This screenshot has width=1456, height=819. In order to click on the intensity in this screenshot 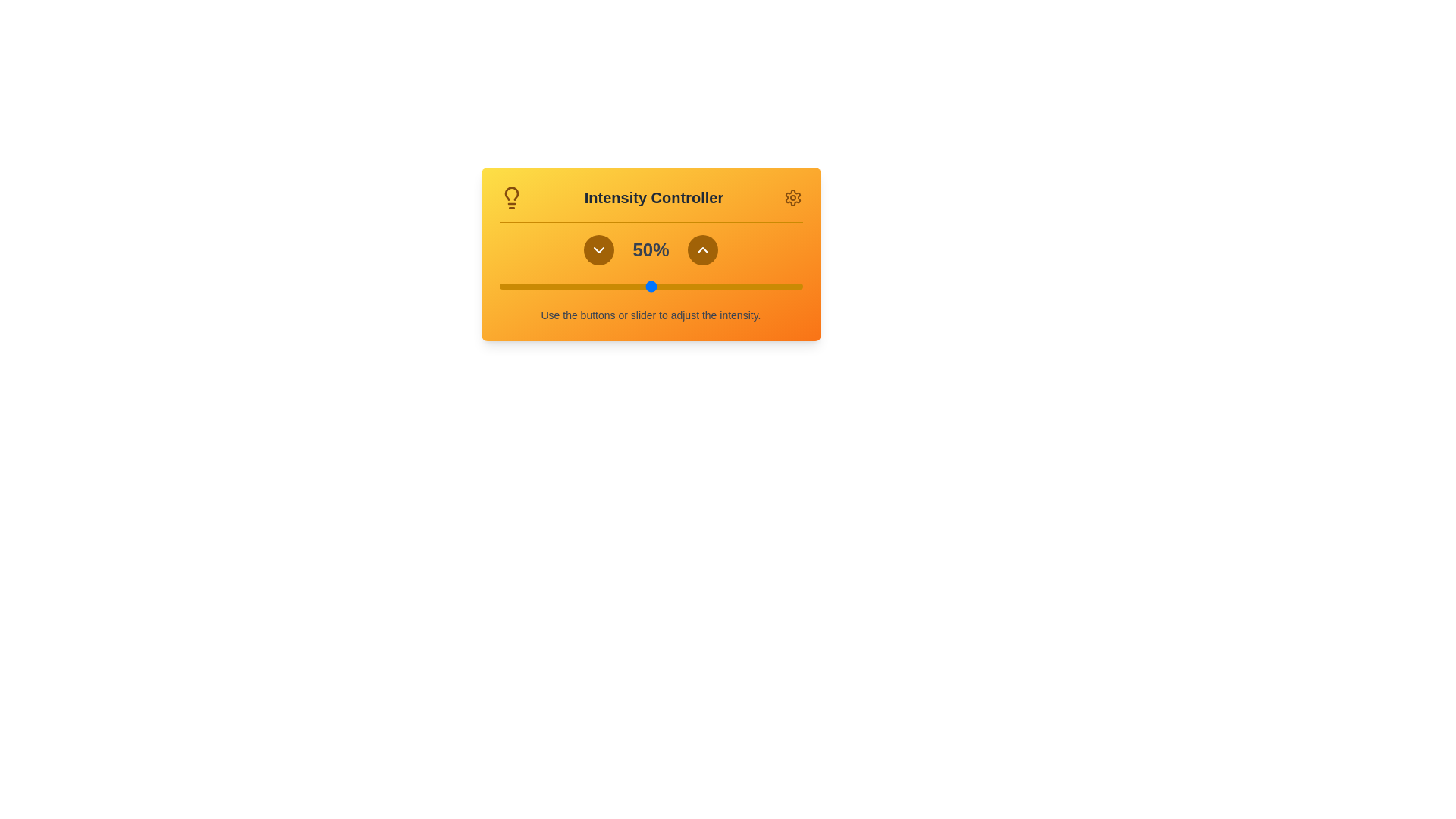, I will do `click(766, 287)`.